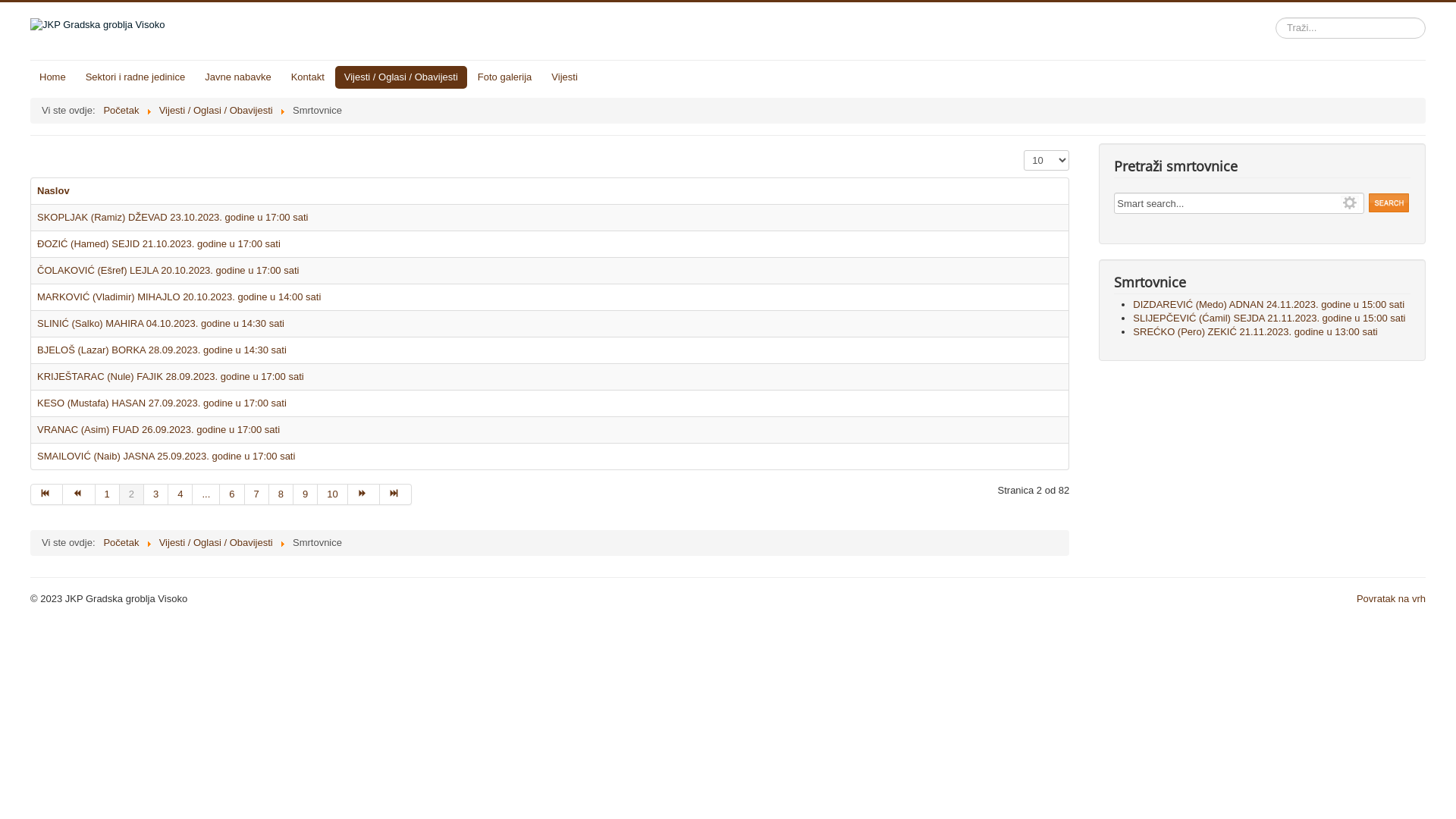  What do you see at coordinates (244, 494) in the screenshot?
I see `'7'` at bounding box center [244, 494].